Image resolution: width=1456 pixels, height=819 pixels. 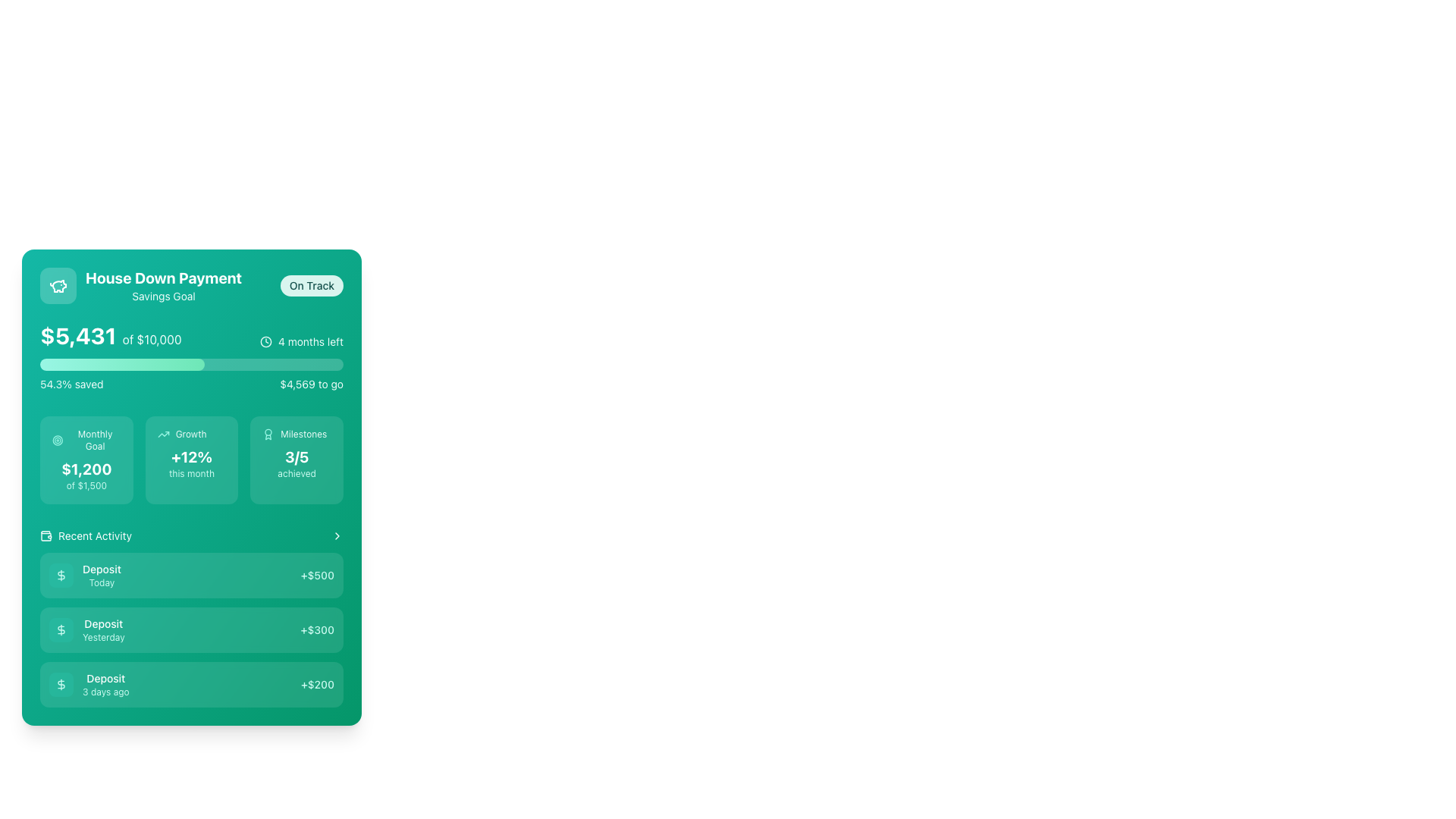 What do you see at coordinates (94, 535) in the screenshot?
I see `the 'Recent Activity' text label, which is displayed in white on a green background and located near the bottom of the savings goal card, to the right of a wallet icon` at bounding box center [94, 535].